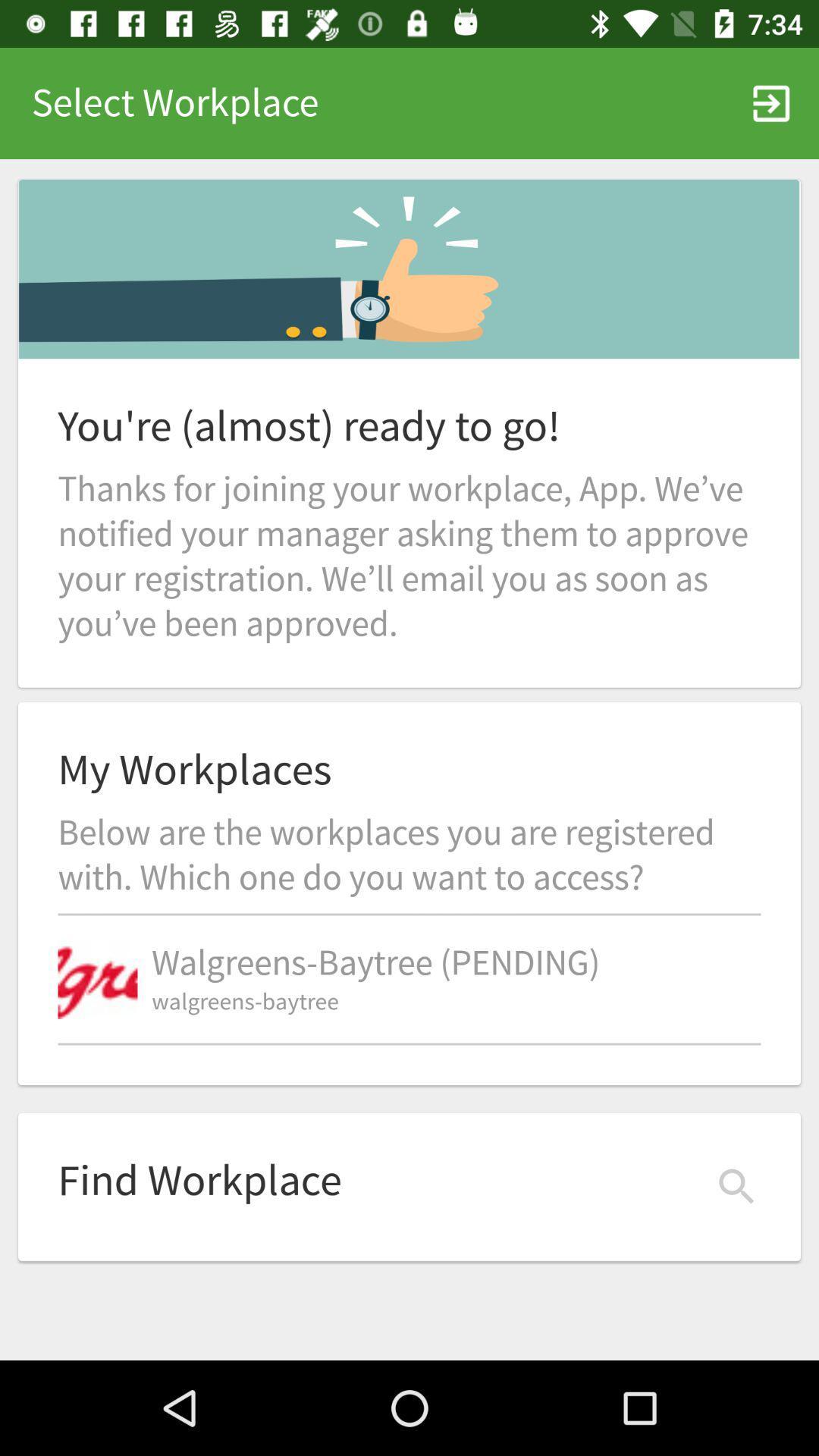  I want to click on item next to the select workplace item, so click(771, 102).